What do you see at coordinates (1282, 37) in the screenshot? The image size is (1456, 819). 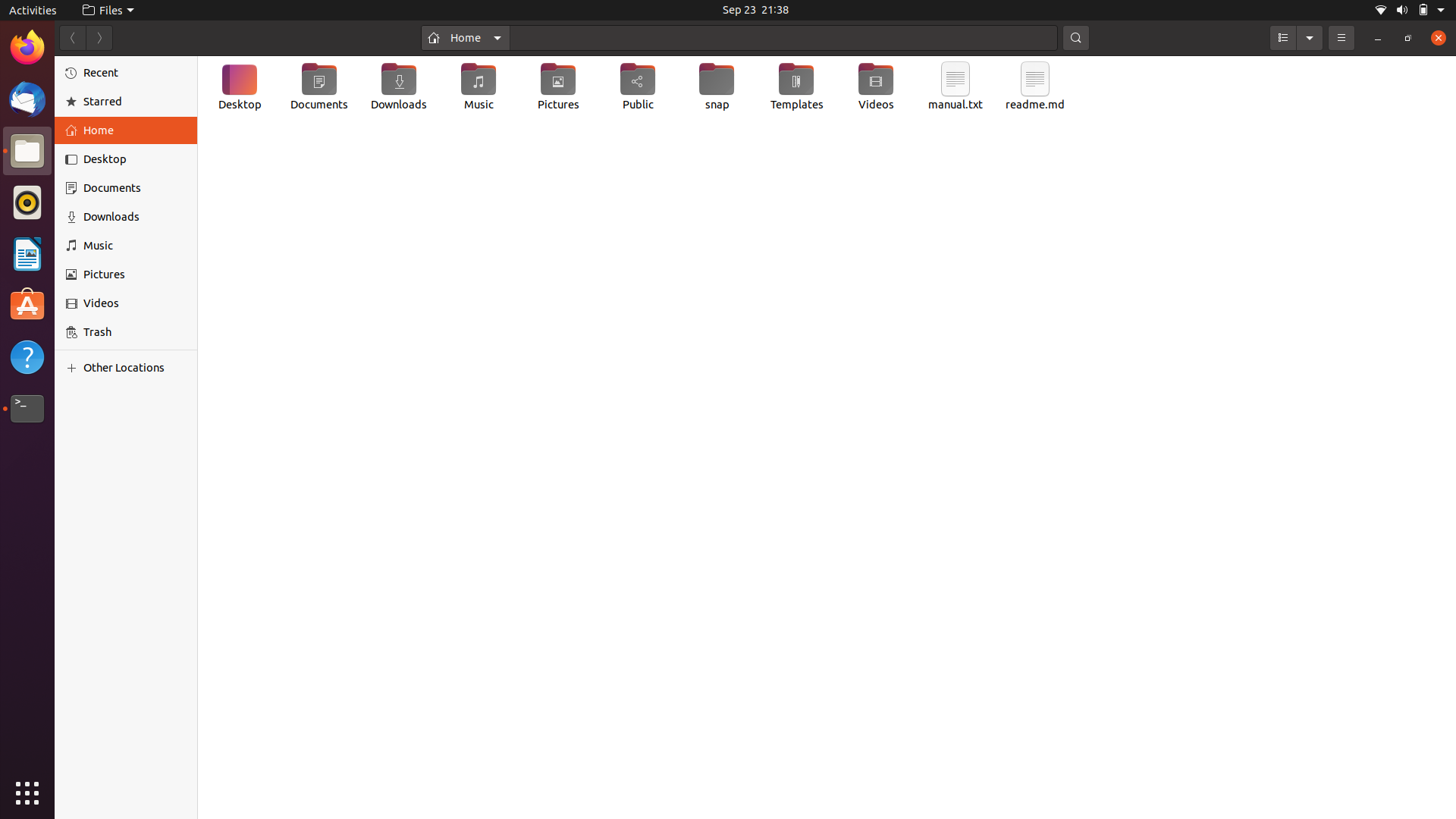 I see `Change the display preference to "List View` at bounding box center [1282, 37].